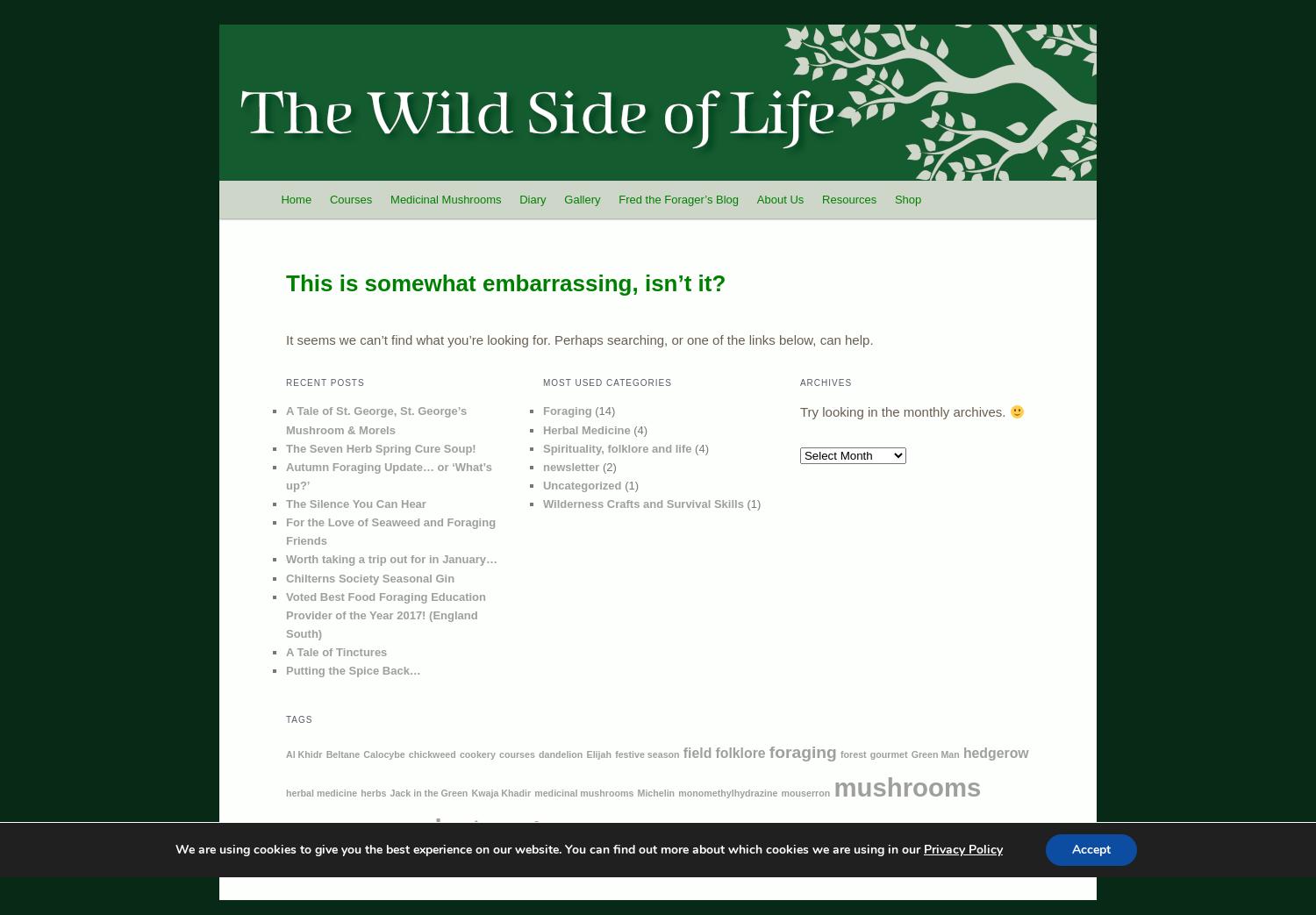 This screenshot has height=915, width=1316. What do you see at coordinates (326, 861) in the screenshot?
I see `'wild food'` at bounding box center [326, 861].